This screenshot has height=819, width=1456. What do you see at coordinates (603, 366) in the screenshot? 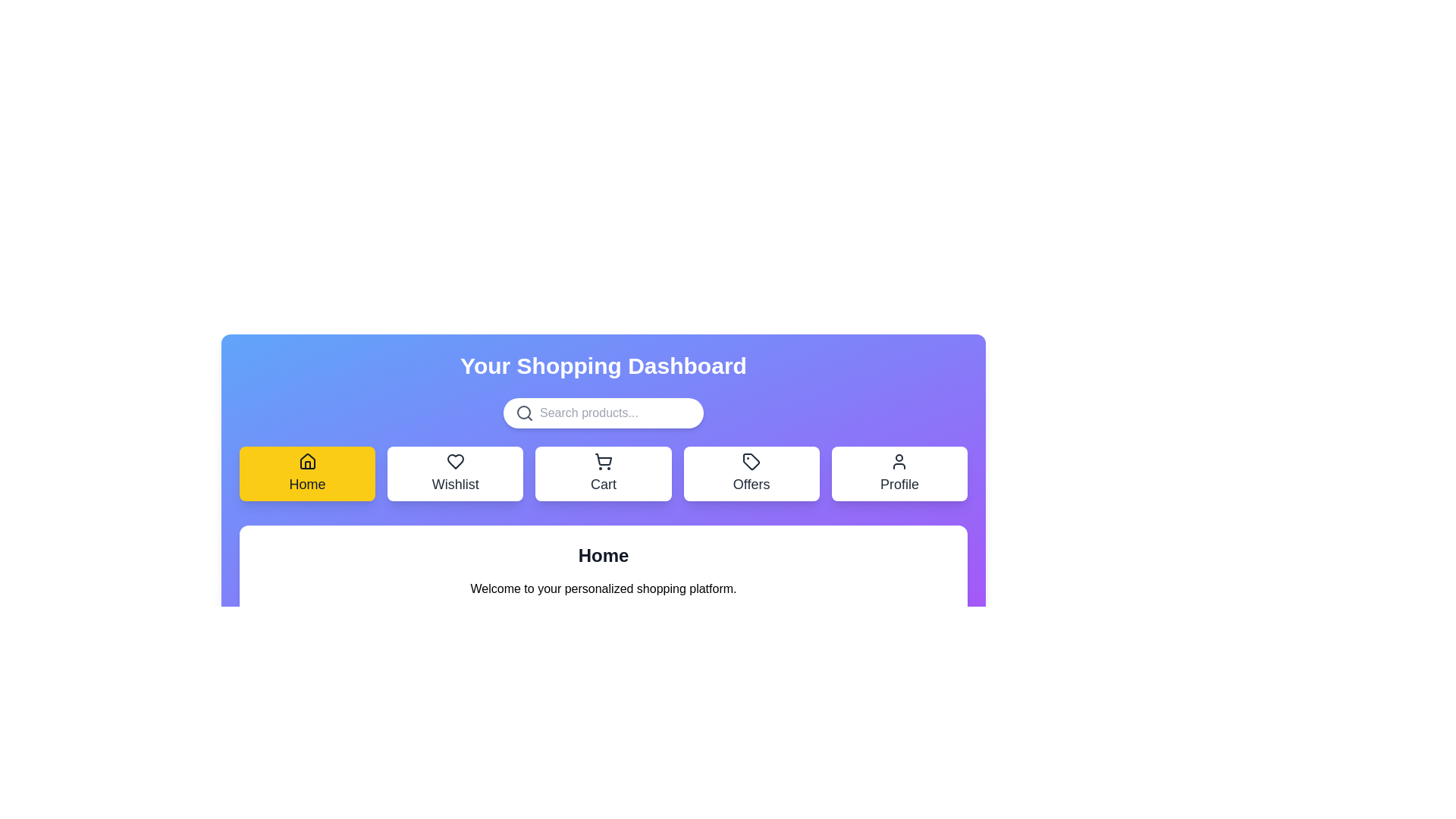
I see `the main title or header text label located at the top center of the interface, indicating the user's current context within the application` at bounding box center [603, 366].